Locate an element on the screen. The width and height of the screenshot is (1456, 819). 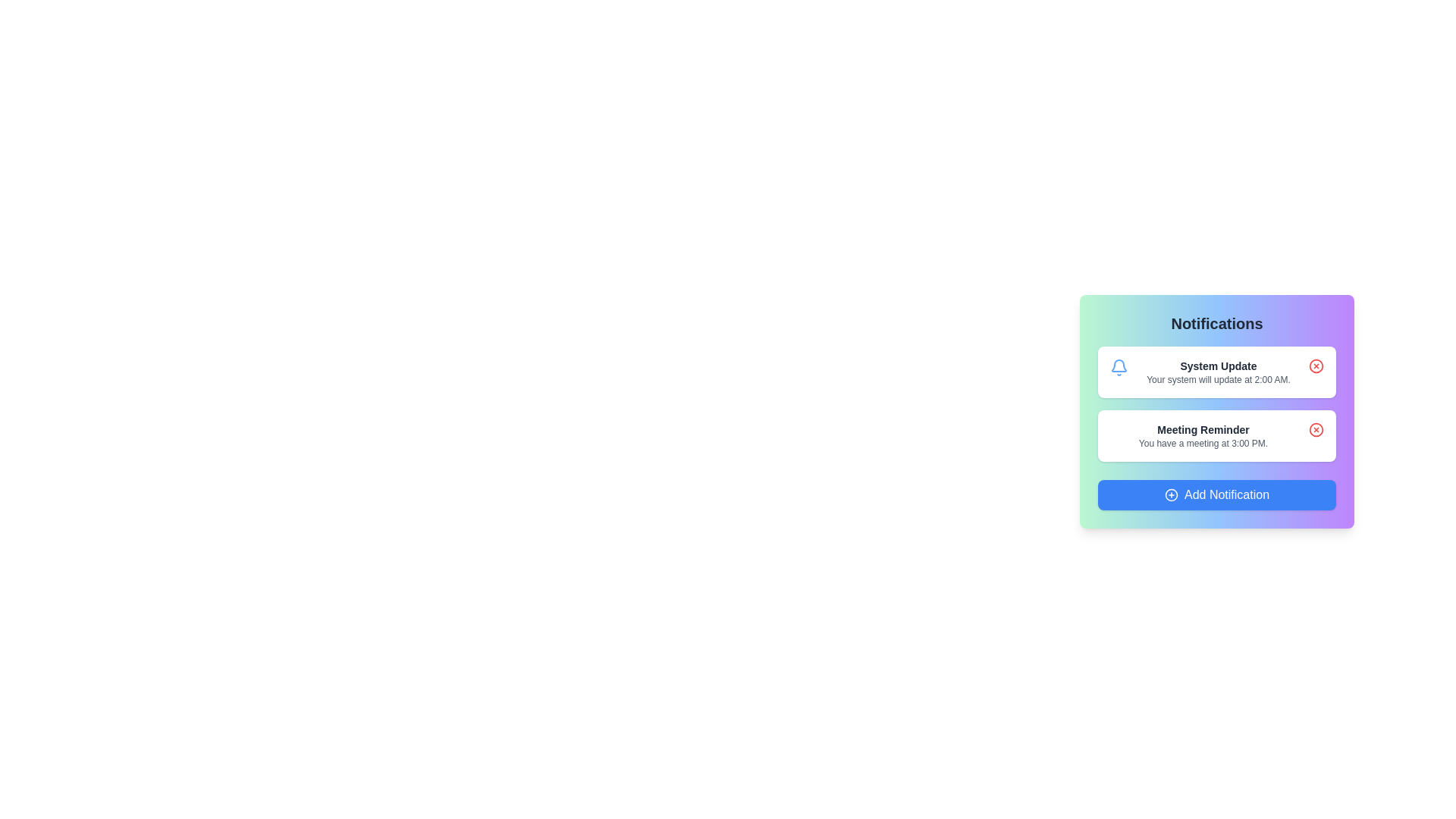
close icon for the notification titled 'Meeting Reminder' is located at coordinates (1316, 430).